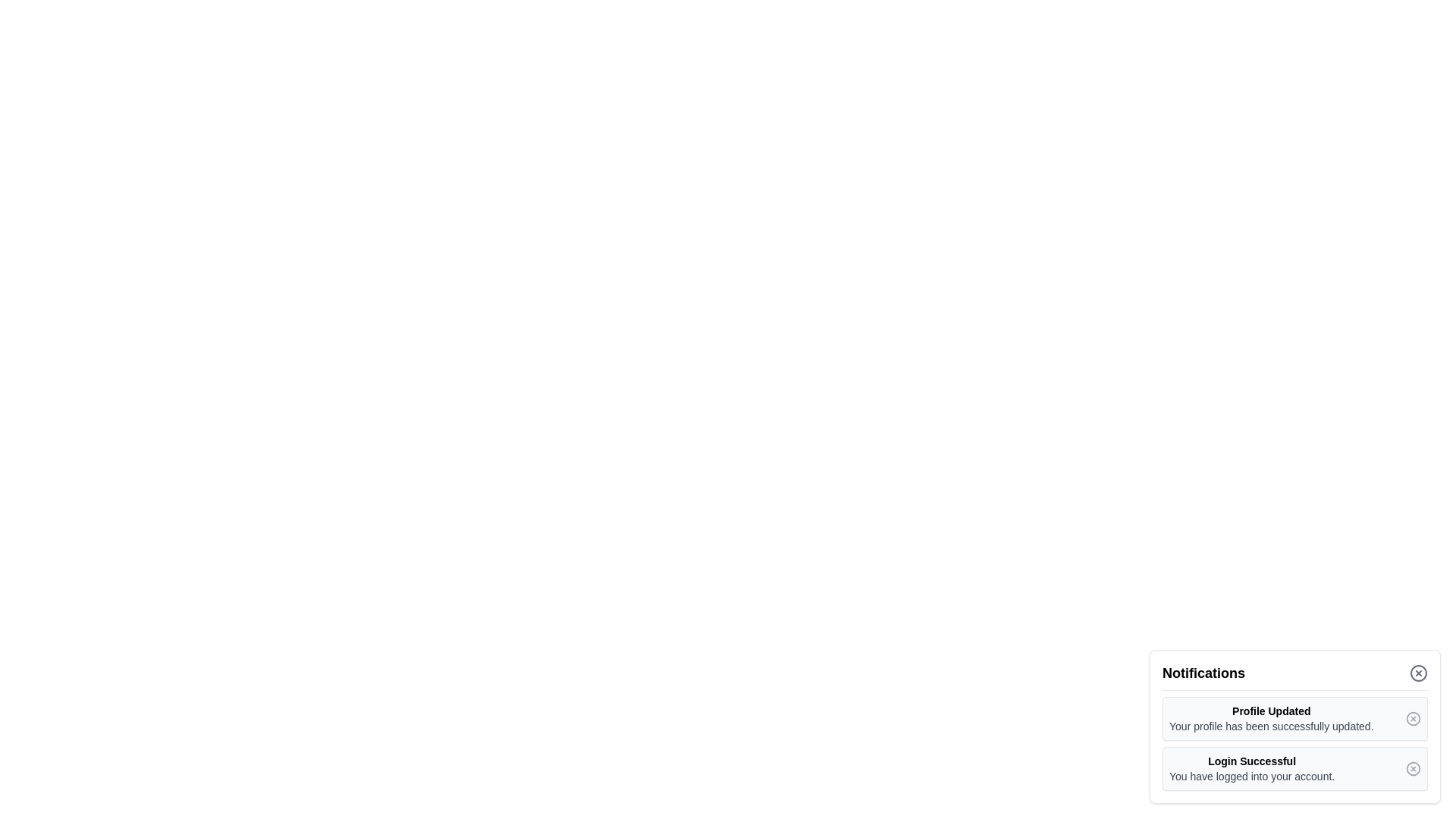 This screenshot has width=1456, height=819. Describe the element at coordinates (1203, 672) in the screenshot. I see `text label that says 'Notifications' prominently displayed in bold at the top-left corner of the notification panel` at that location.